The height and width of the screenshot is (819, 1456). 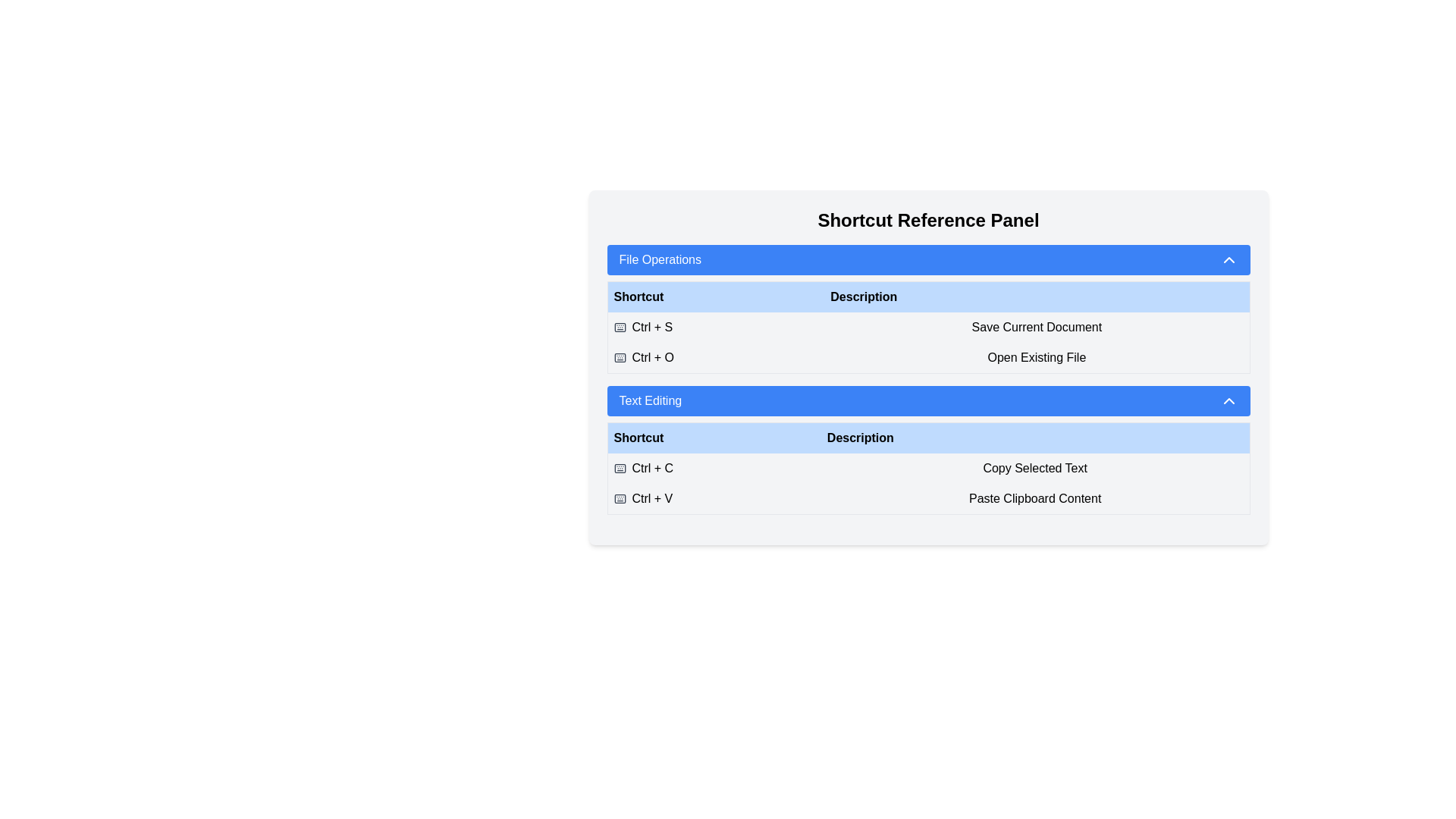 I want to click on the Label/Text element that serves as a heading for the collapsible section related to text editing operations, centrally aligned within a blue rectangular button, so click(x=650, y=400).